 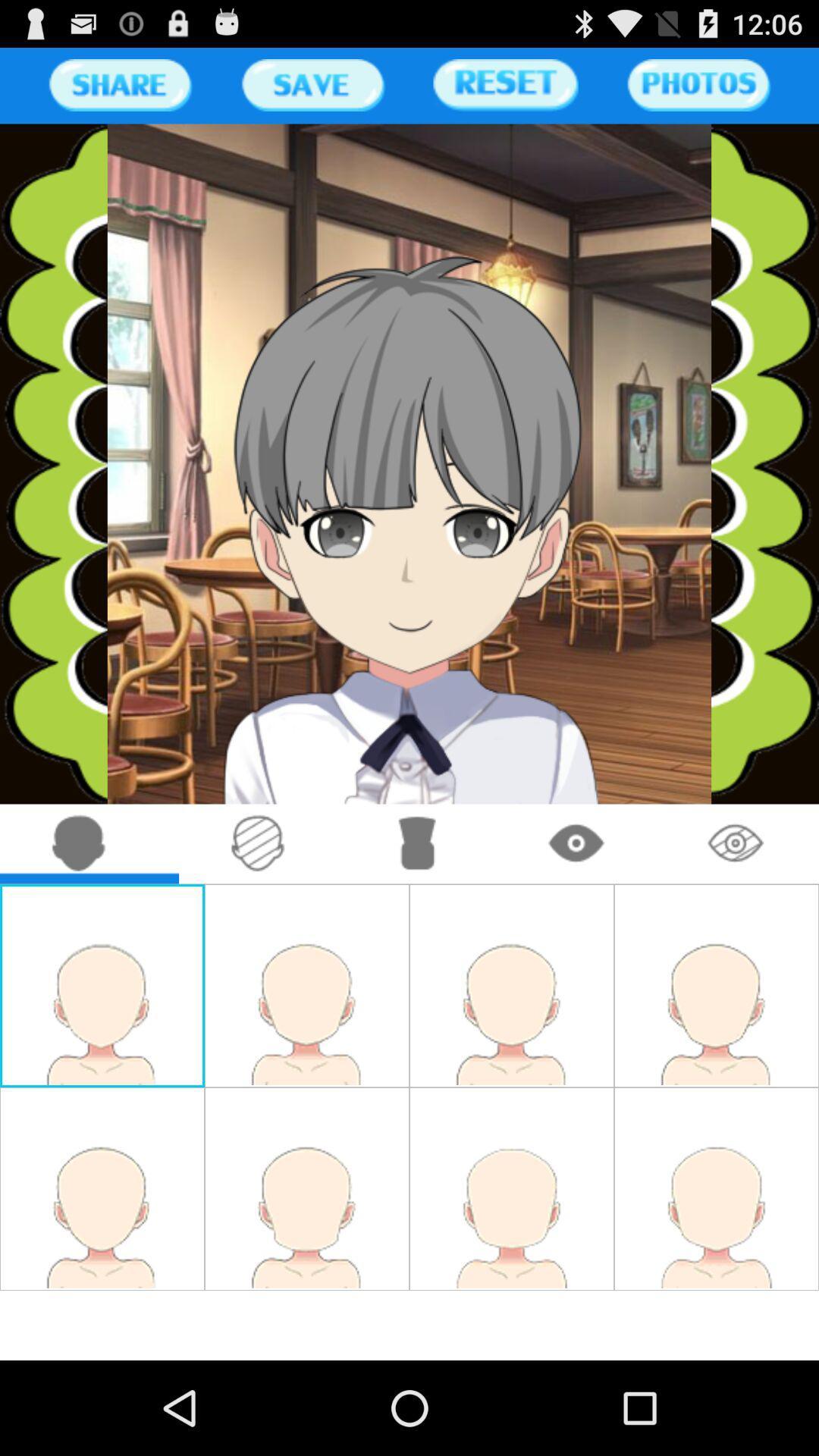 I want to click on button, so click(x=312, y=84).